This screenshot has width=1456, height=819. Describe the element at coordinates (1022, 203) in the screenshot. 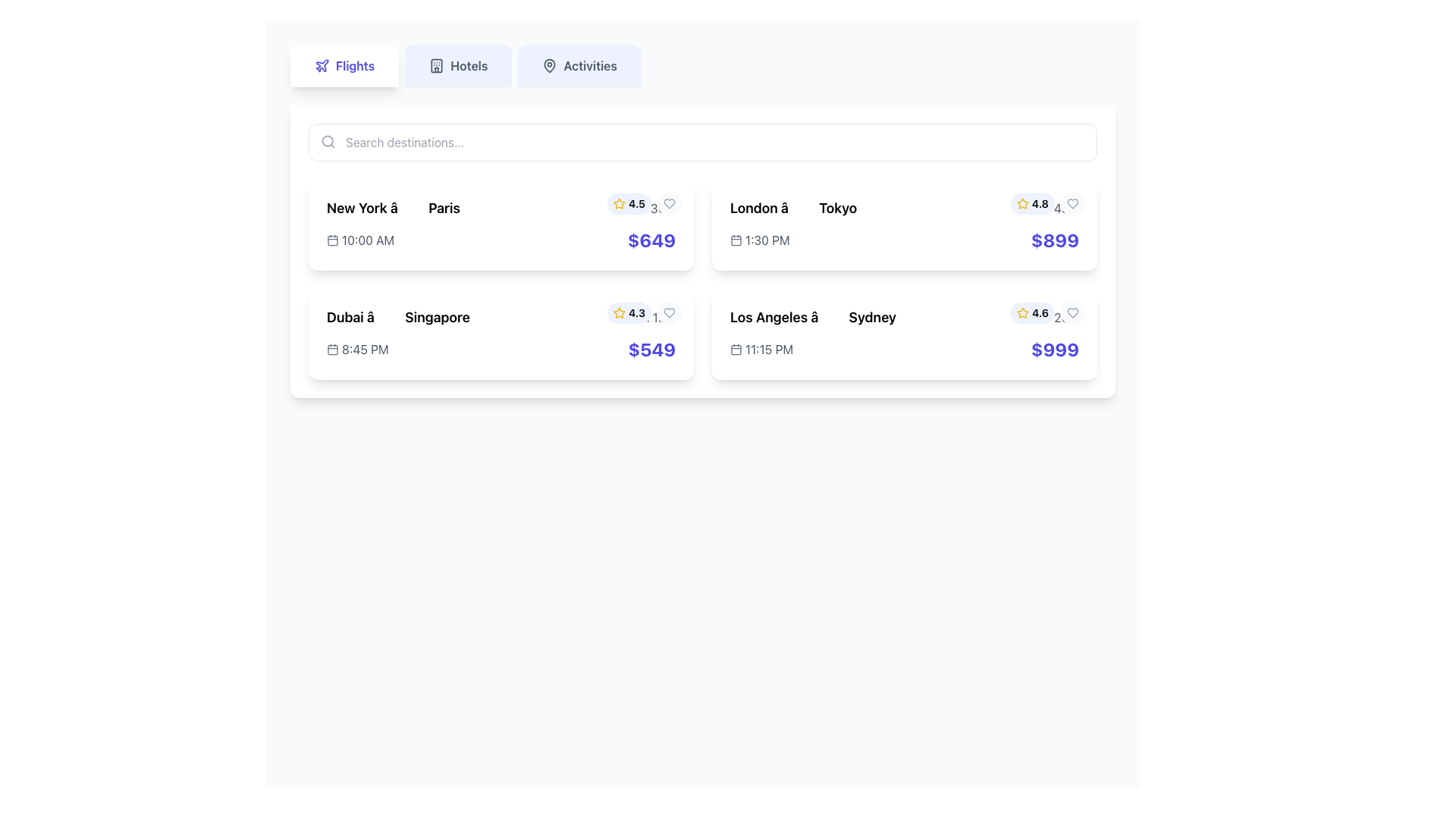

I see `the decorative star rating icon located in the top right section of the card labeled 'London to Tokyo', positioned to the left of the text '4.8'` at that location.